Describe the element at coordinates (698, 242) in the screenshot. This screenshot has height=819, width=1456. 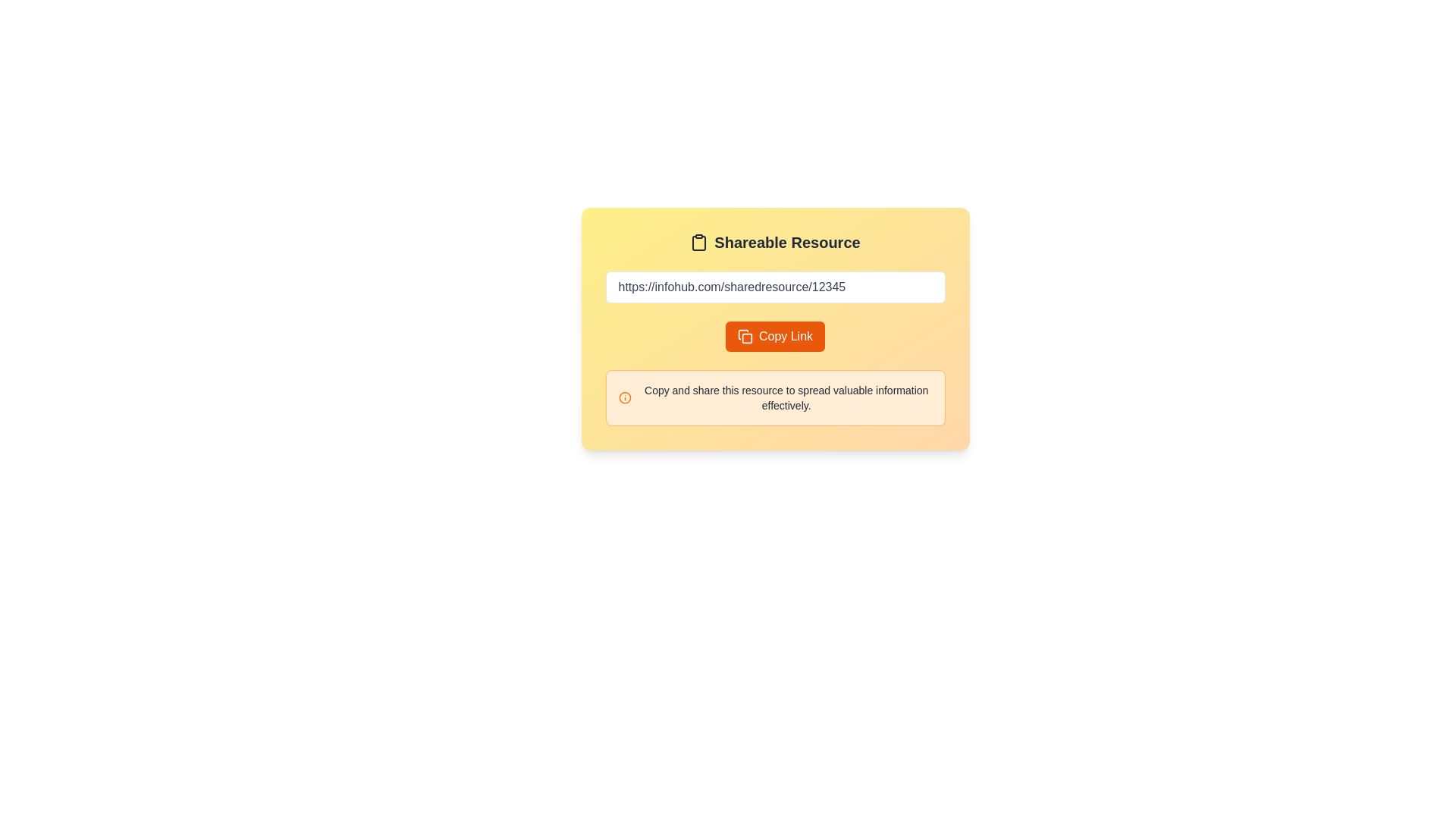
I see `the clipboard icon located at the leftmost position of the header section labeled 'Shareable Resource'` at that location.